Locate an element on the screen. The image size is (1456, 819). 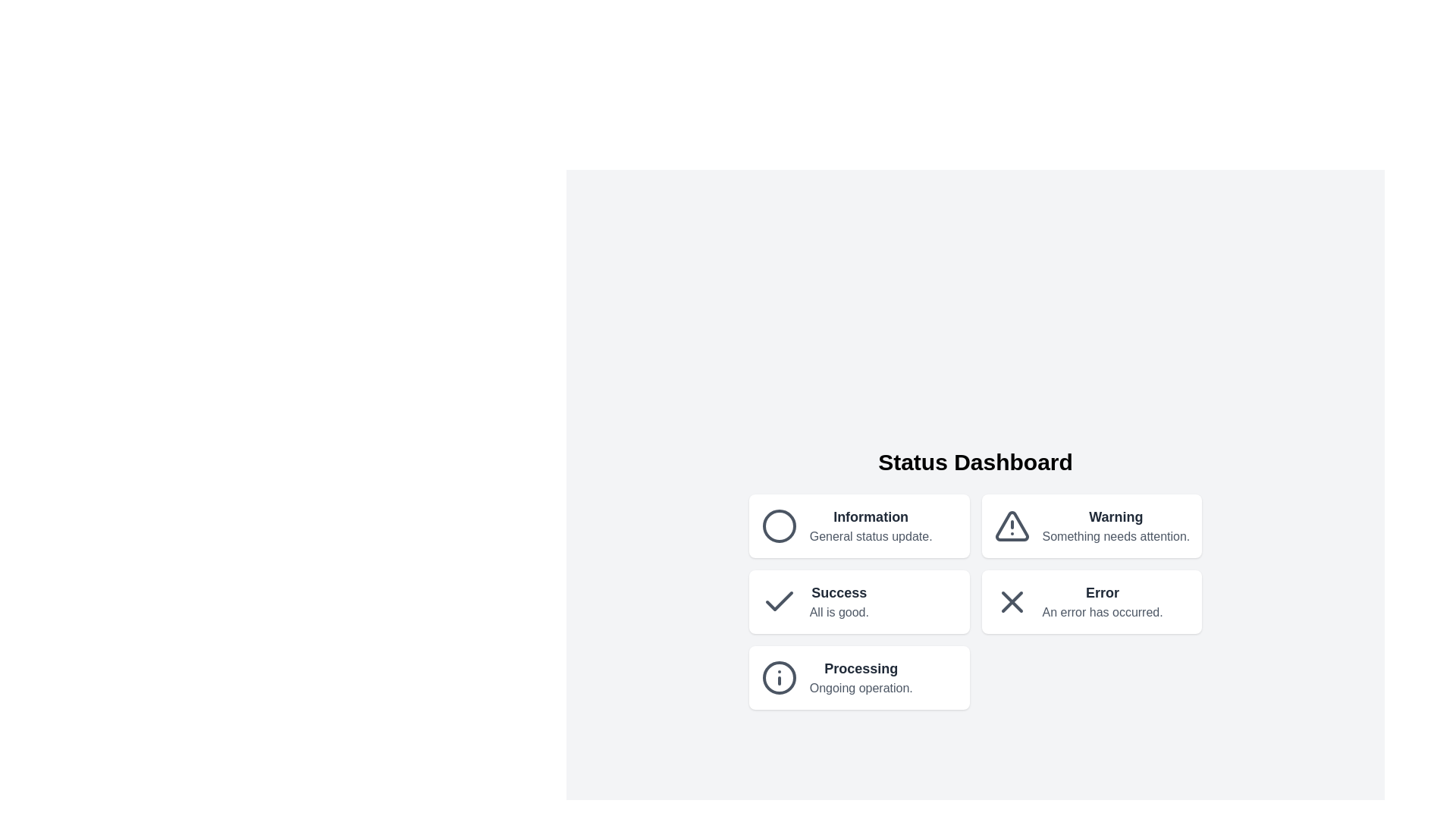
the text label displaying 'Ongoing operation.' located directly below the 'Processing' label within the lower-left quadrant of the dashboard interface is located at coordinates (861, 688).